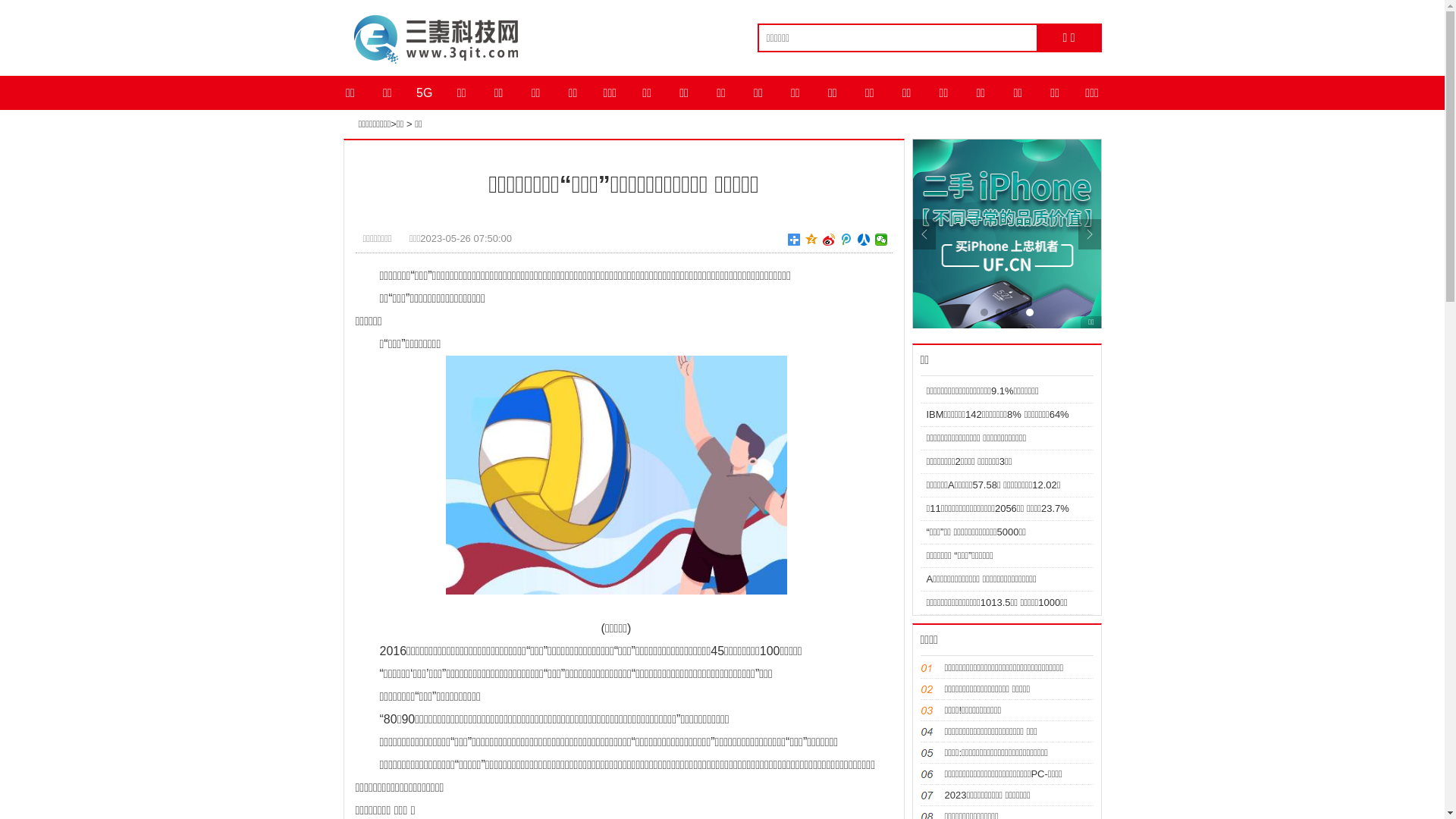 This screenshot has width=1456, height=819. Describe the element at coordinates (424, 93) in the screenshot. I see `'5G'` at that location.